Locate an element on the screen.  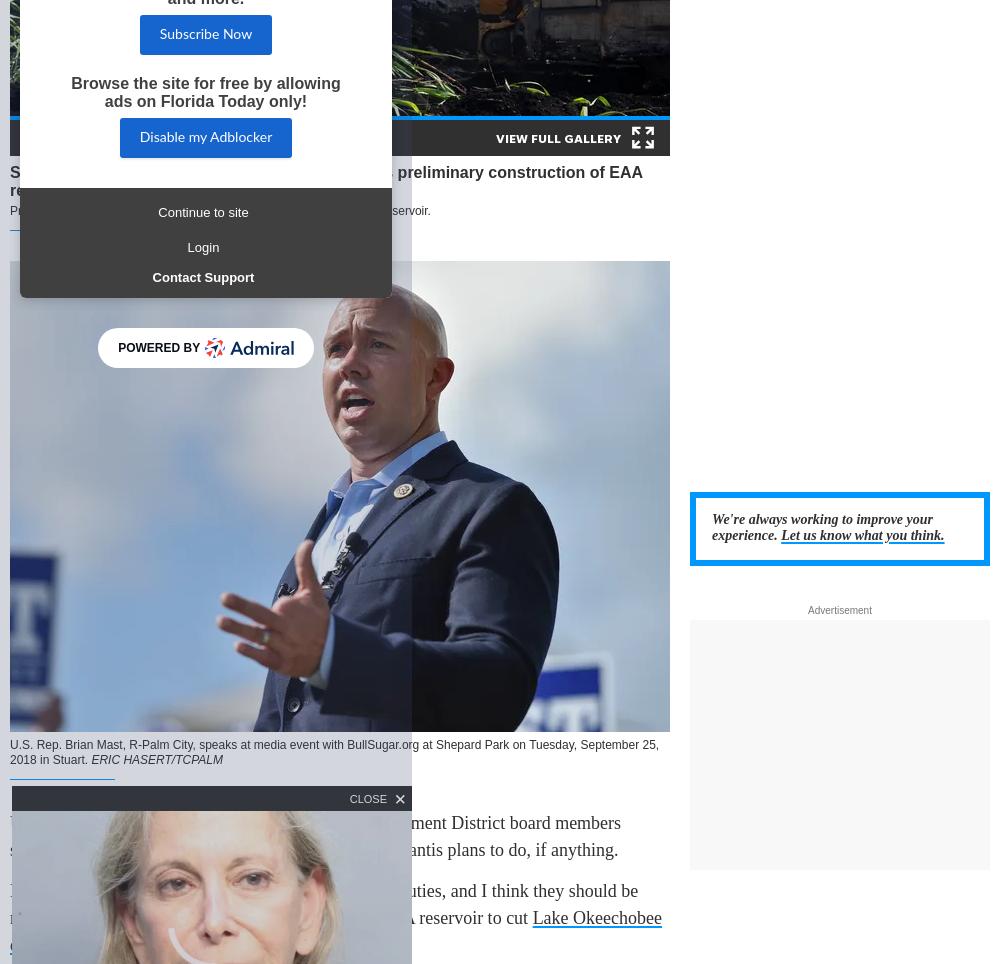
'Subscribe Now' is located at coordinates (159, 33).